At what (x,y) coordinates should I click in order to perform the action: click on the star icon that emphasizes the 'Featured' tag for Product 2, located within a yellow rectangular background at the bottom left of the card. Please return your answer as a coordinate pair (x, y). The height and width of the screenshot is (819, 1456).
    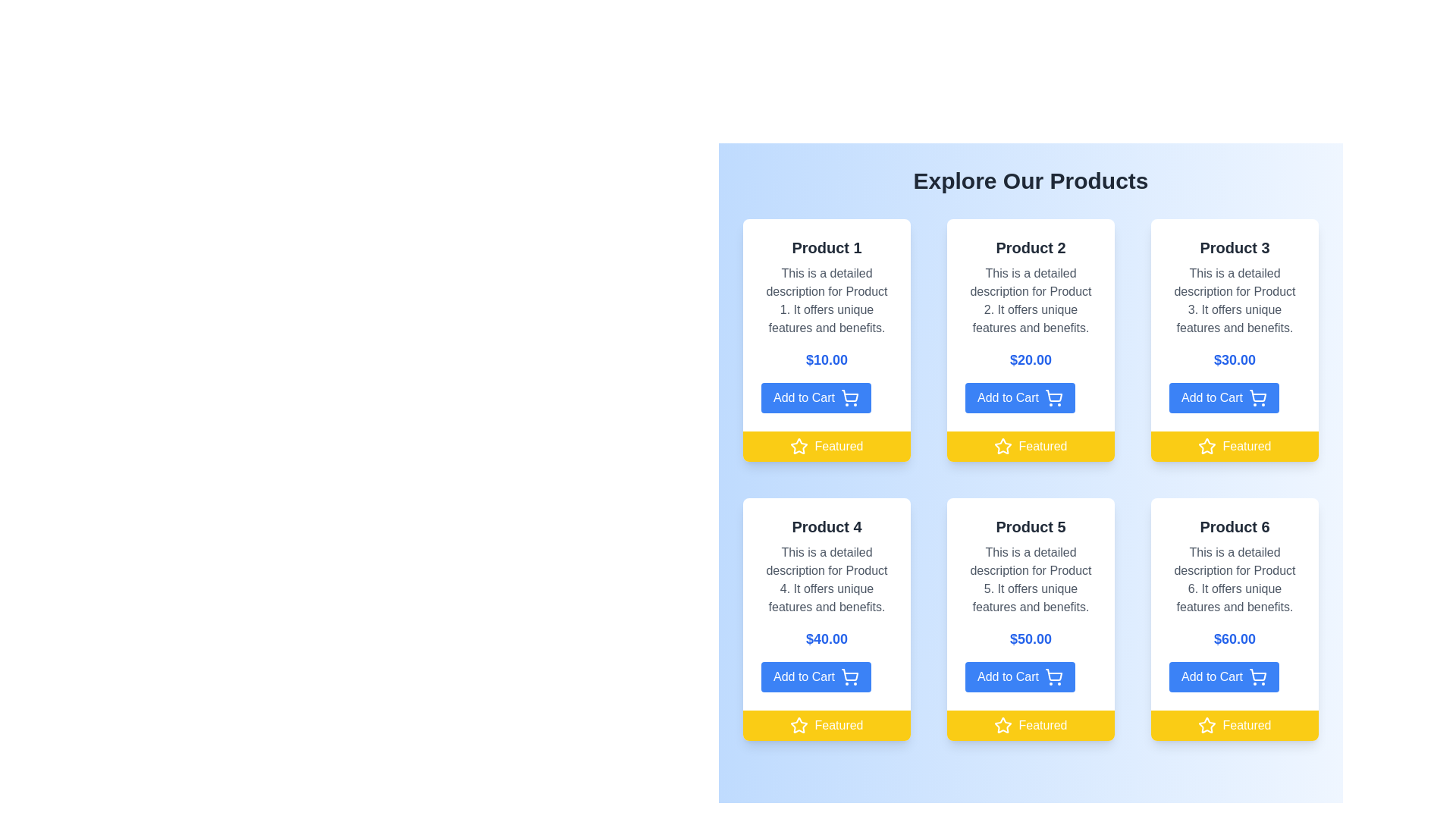
    Looking at the image, I should click on (1003, 446).